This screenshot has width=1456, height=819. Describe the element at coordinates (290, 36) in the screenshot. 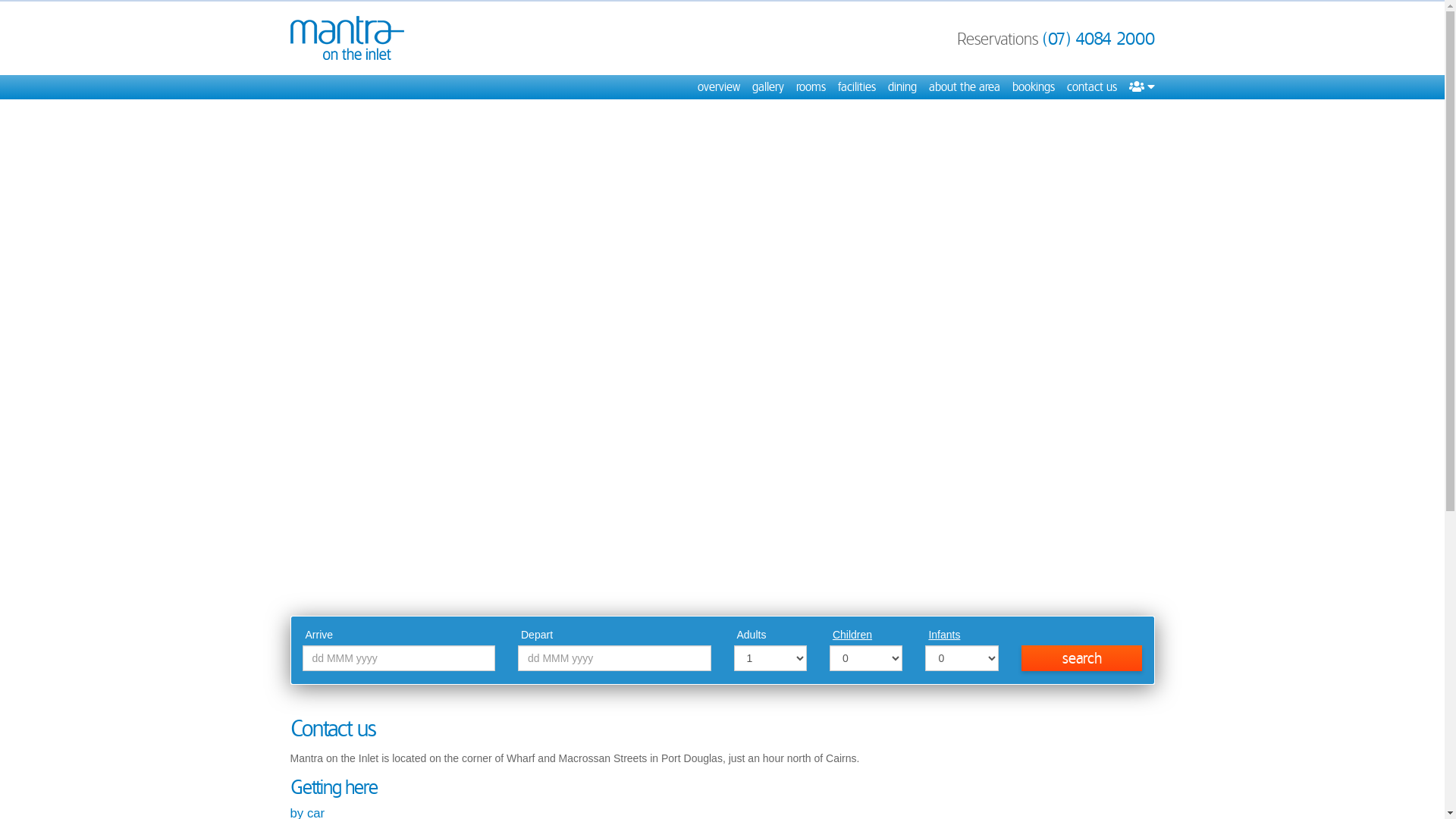

I see `'Mantra on the Inlet'` at that location.